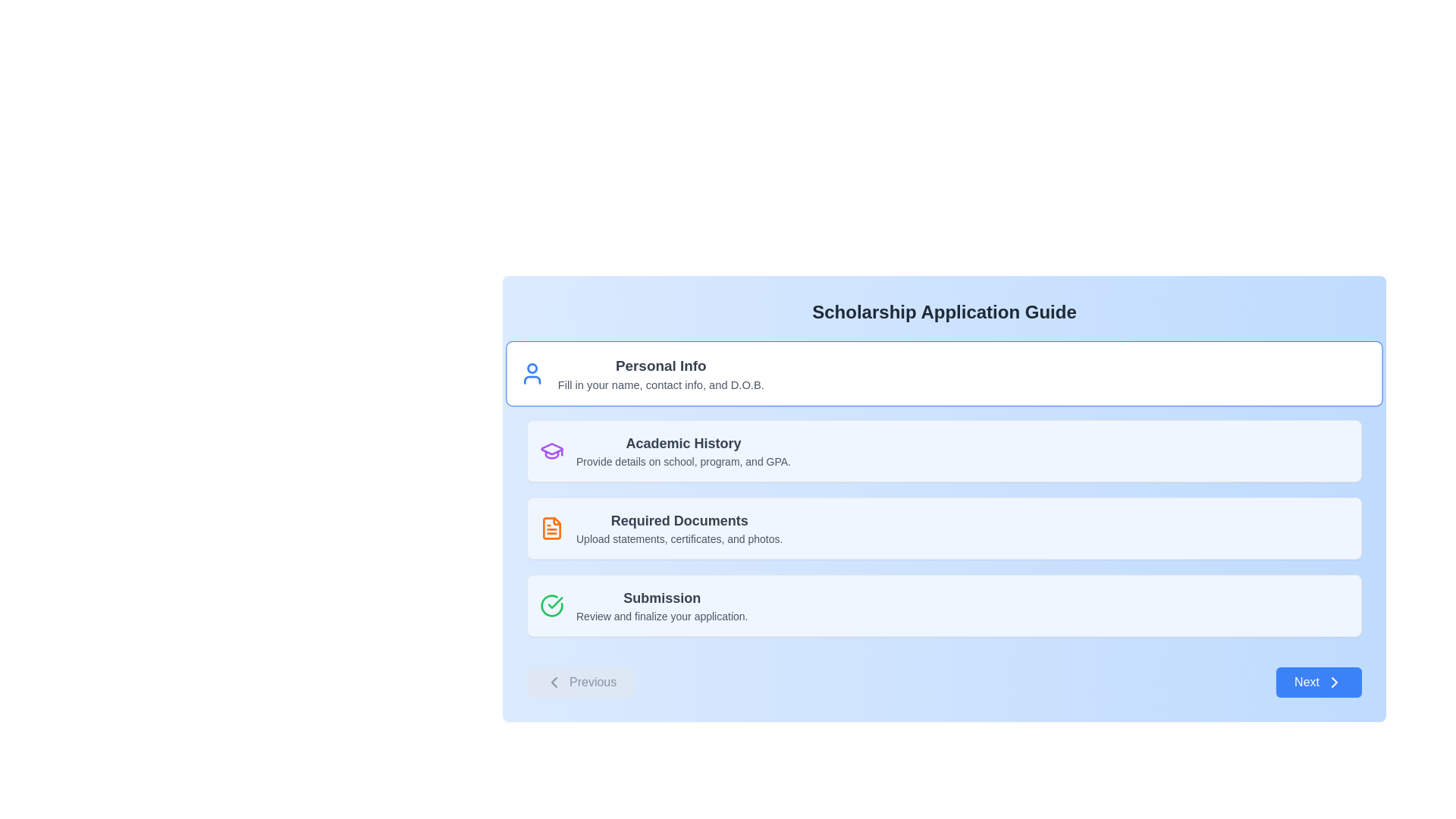  Describe the element at coordinates (662, 604) in the screenshot. I see `descriptive label for the 'Submission' step located in the bottom section of the fourth card in the vertical list of application steps, below 'Required Documents'` at that location.